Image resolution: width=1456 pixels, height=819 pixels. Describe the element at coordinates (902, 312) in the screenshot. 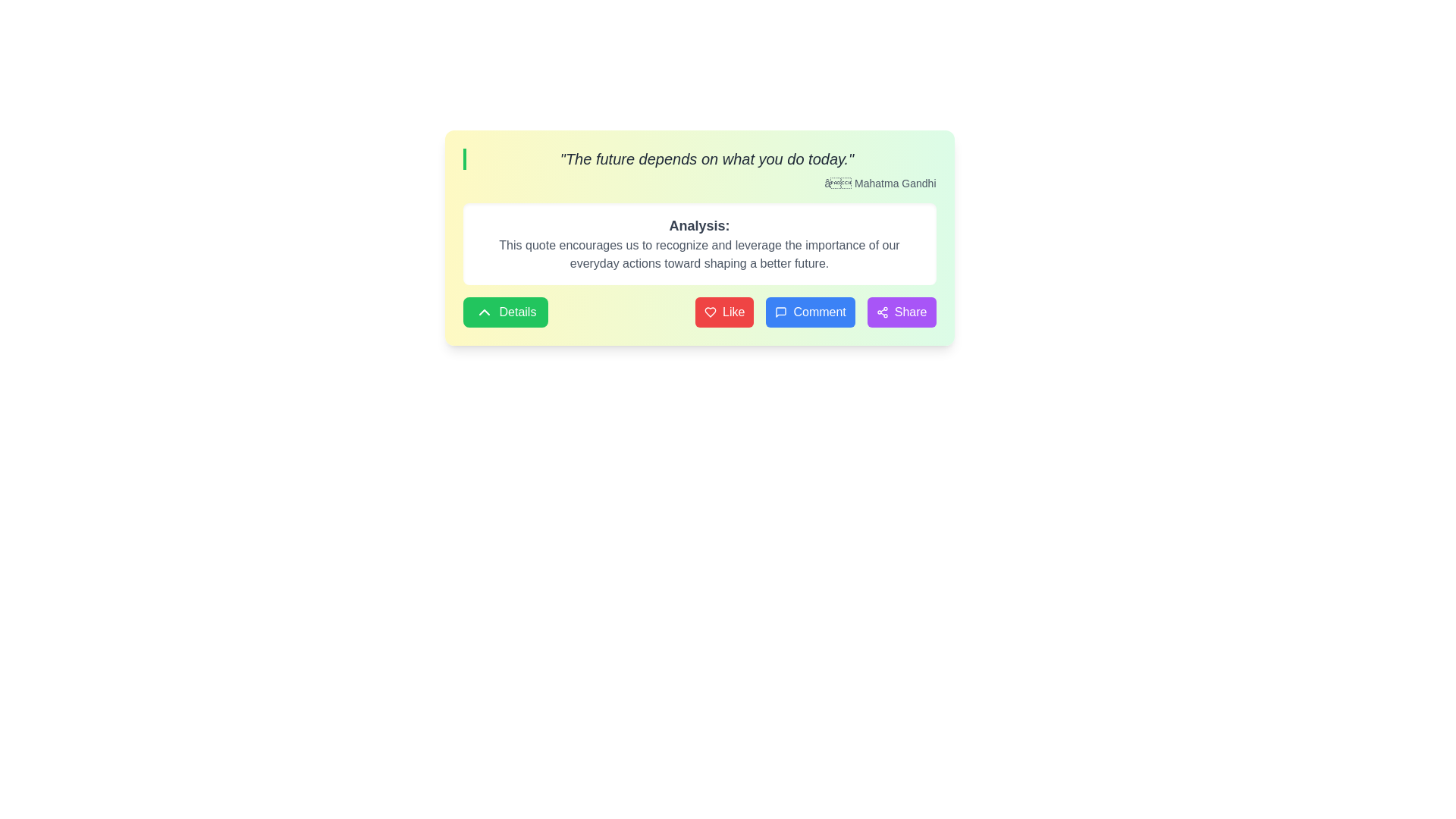

I see `the 'Share' button, which is the third button in a group of three buttons labeled 'Like', 'Comment', and 'Share', located at the bottom-right of the section containing the quote and analysis, to initiate sharing the content` at that location.